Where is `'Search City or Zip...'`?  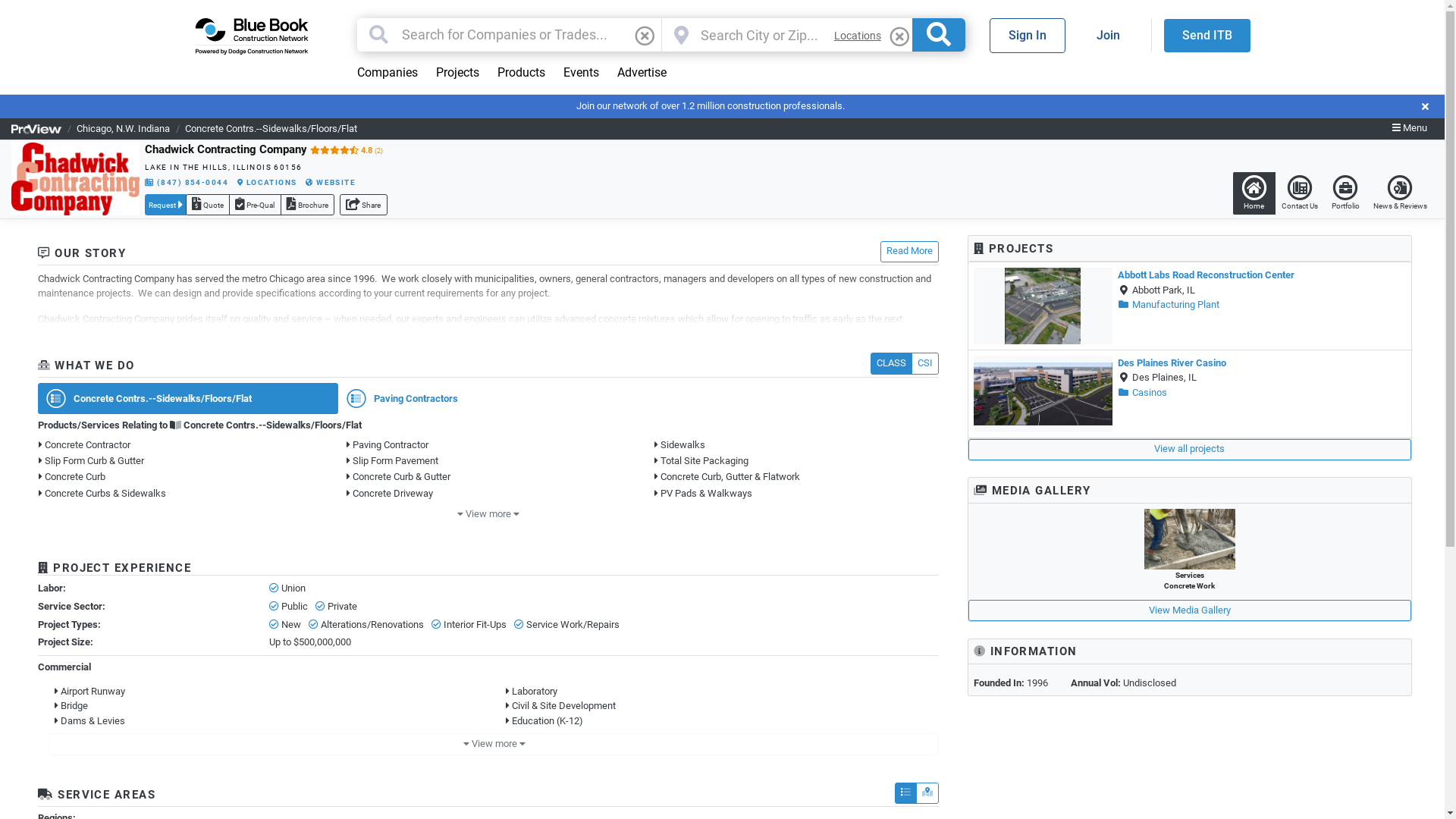
'Search City or Zip...' is located at coordinates (761, 34).